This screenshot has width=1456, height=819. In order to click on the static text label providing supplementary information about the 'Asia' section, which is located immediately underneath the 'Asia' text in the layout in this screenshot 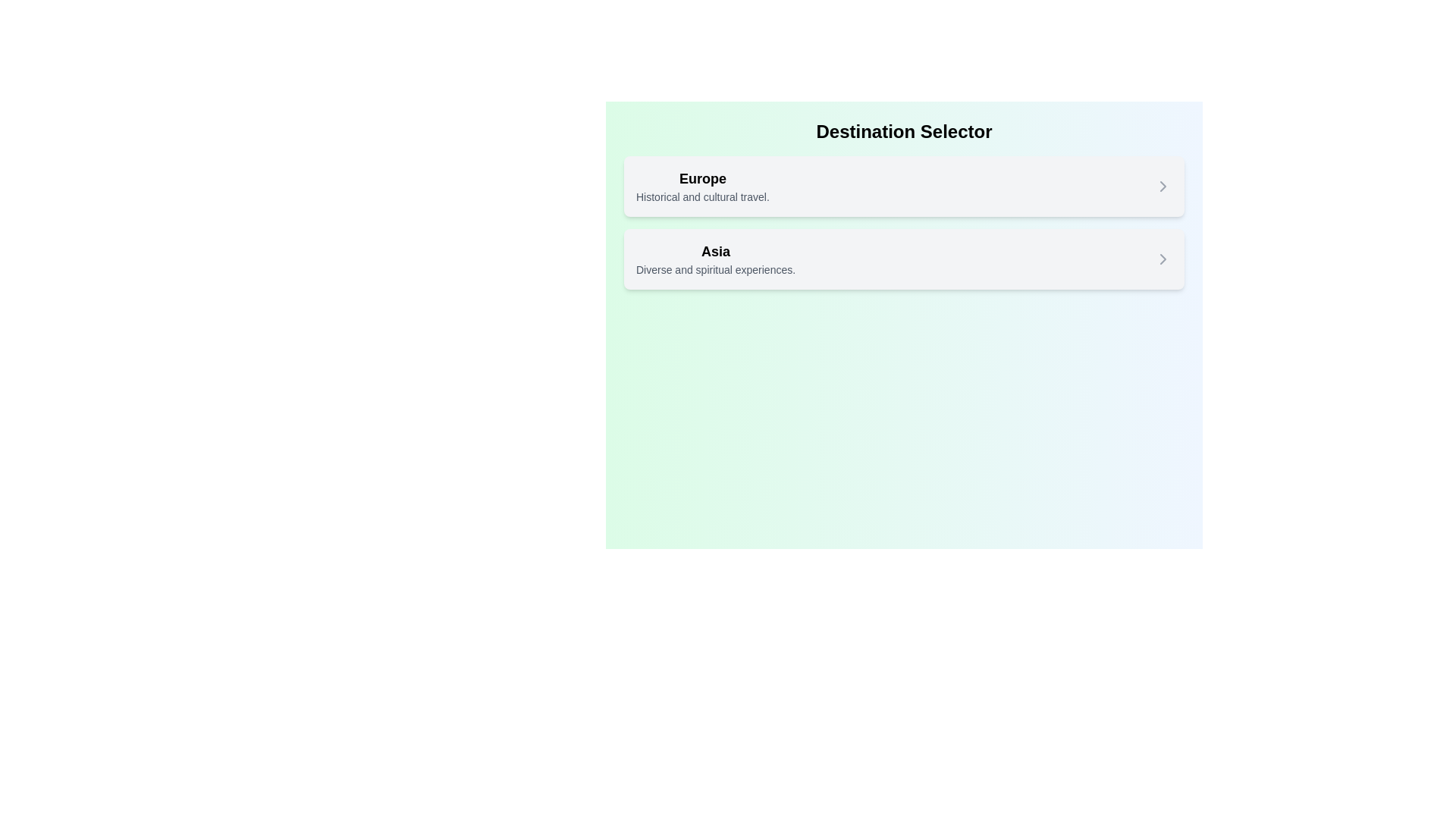, I will do `click(715, 268)`.